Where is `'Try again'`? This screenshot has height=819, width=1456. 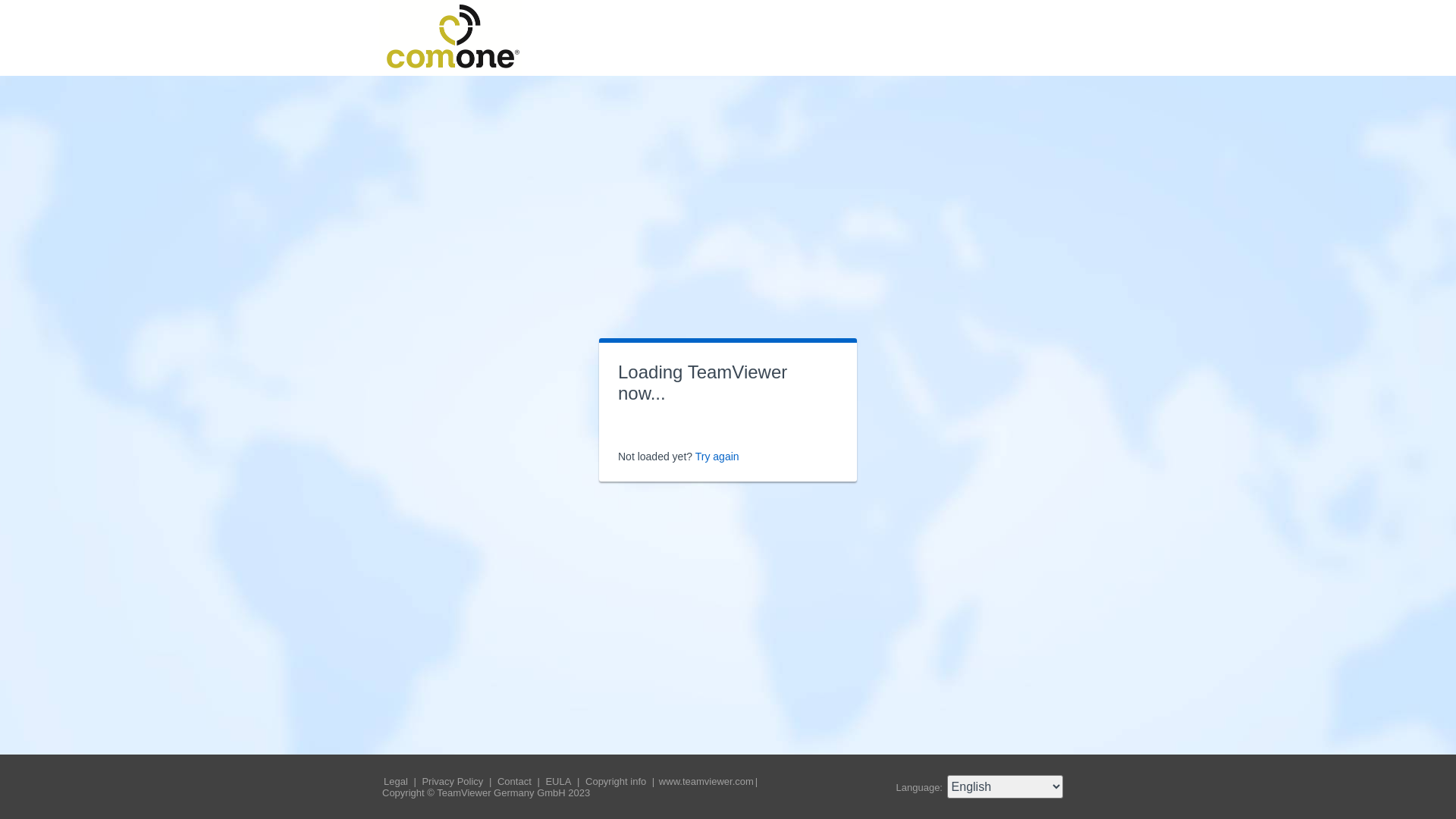
'Try again' is located at coordinates (716, 455).